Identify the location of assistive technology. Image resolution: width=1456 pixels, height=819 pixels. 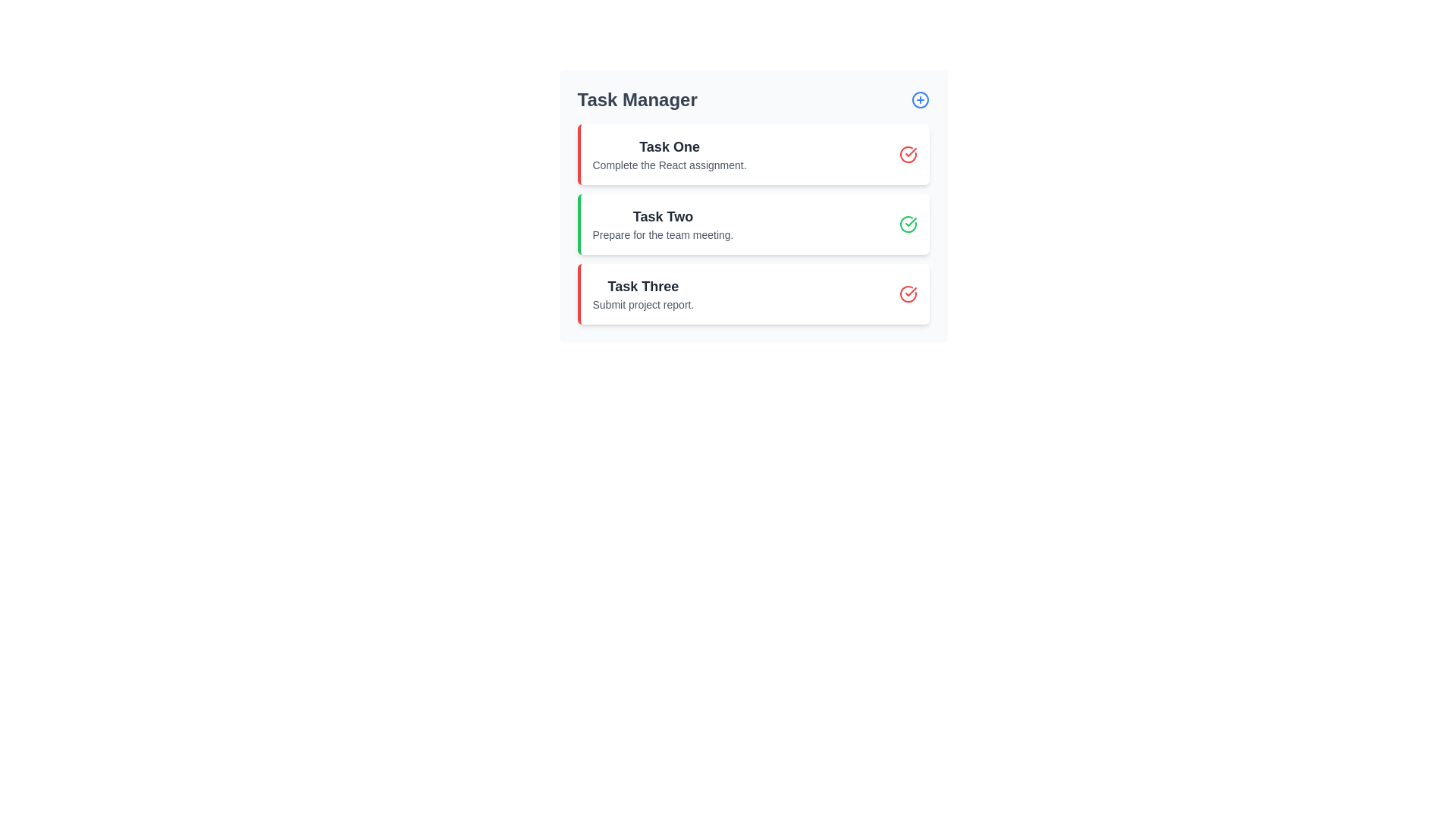
(643, 287).